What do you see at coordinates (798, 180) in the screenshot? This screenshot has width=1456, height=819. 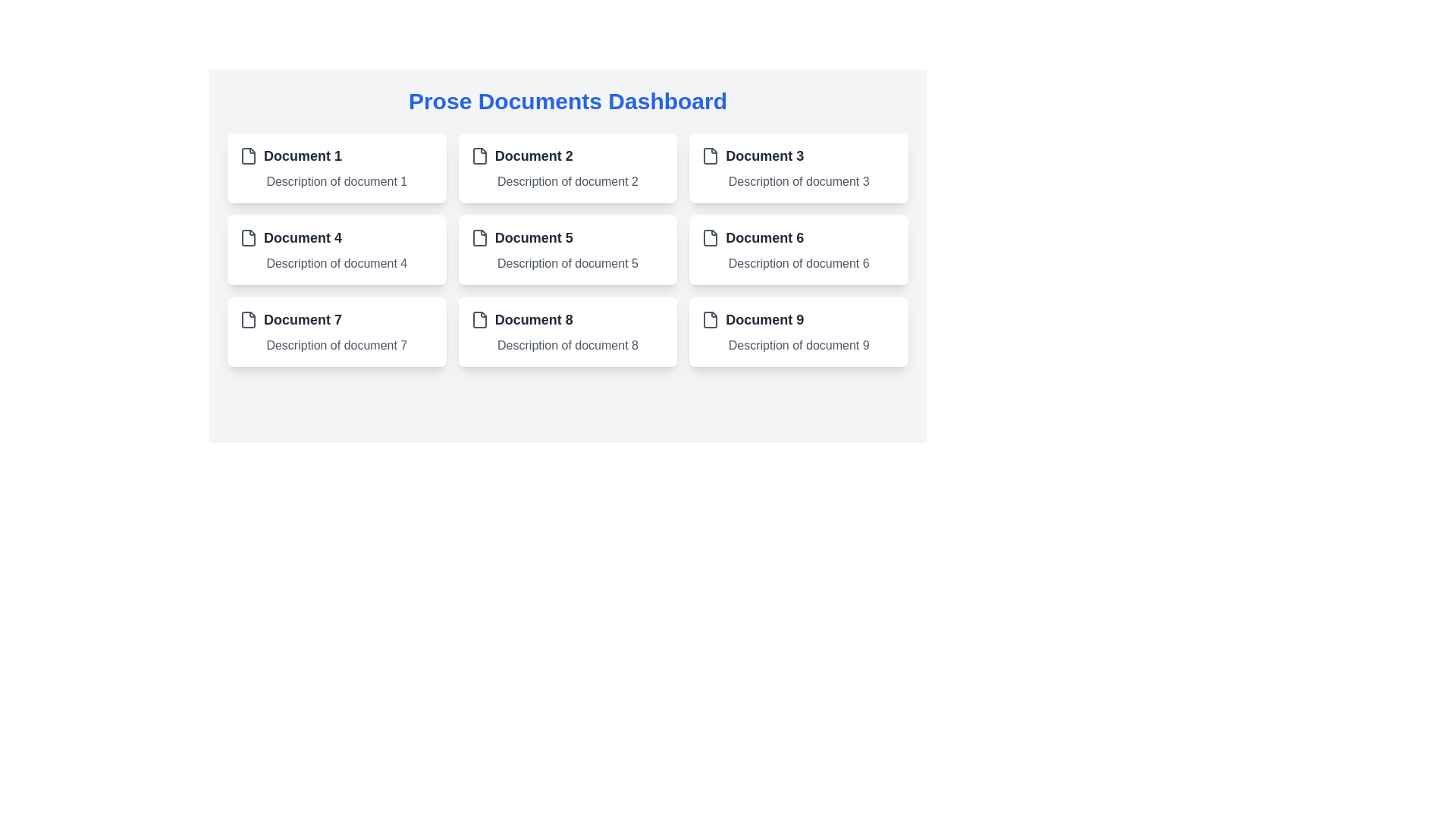 I see `the text label that says 'Description of document 3', which is styled in gray color and located under the header 'Document 3' in the grid layout` at bounding box center [798, 180].